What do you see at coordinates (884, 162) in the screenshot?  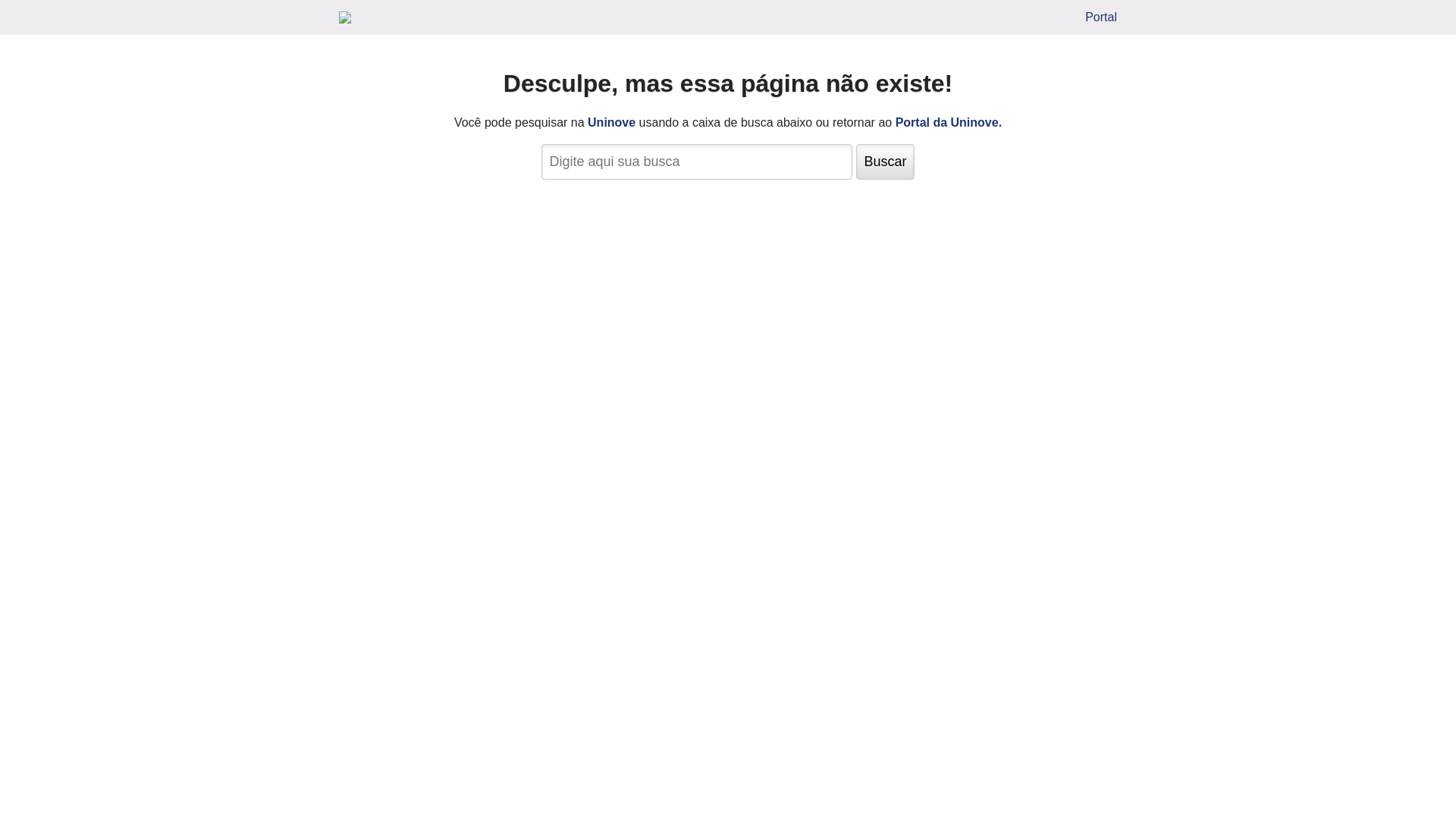 I see `'Buscar'` at bounding box center [884, 162].